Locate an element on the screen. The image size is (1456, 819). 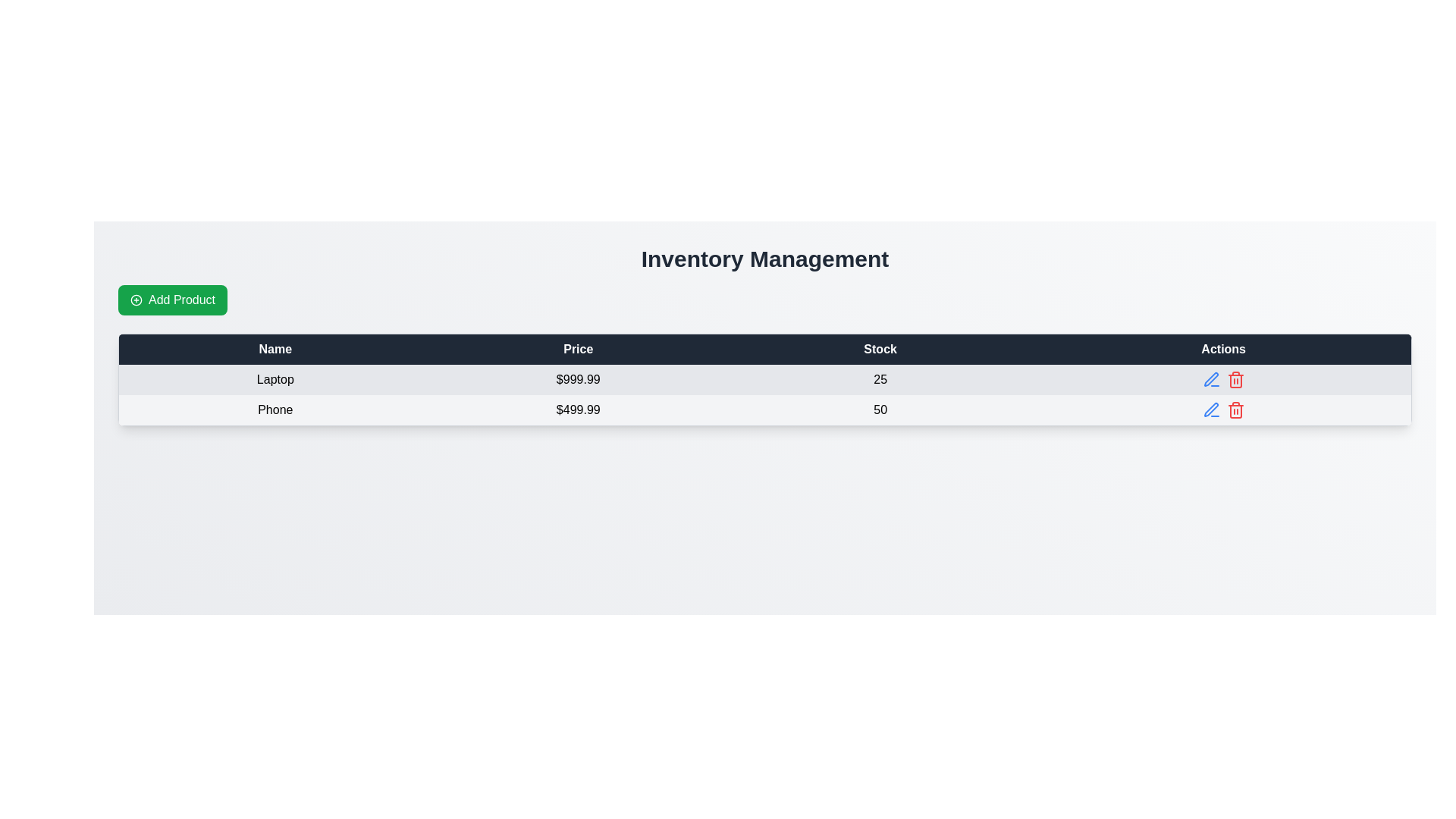
the first row of the 'Inventory Management' table that displays information about the product 'Laptop', including its price of $999.99 and stock count of 25 is located at coordinates (764, 379).